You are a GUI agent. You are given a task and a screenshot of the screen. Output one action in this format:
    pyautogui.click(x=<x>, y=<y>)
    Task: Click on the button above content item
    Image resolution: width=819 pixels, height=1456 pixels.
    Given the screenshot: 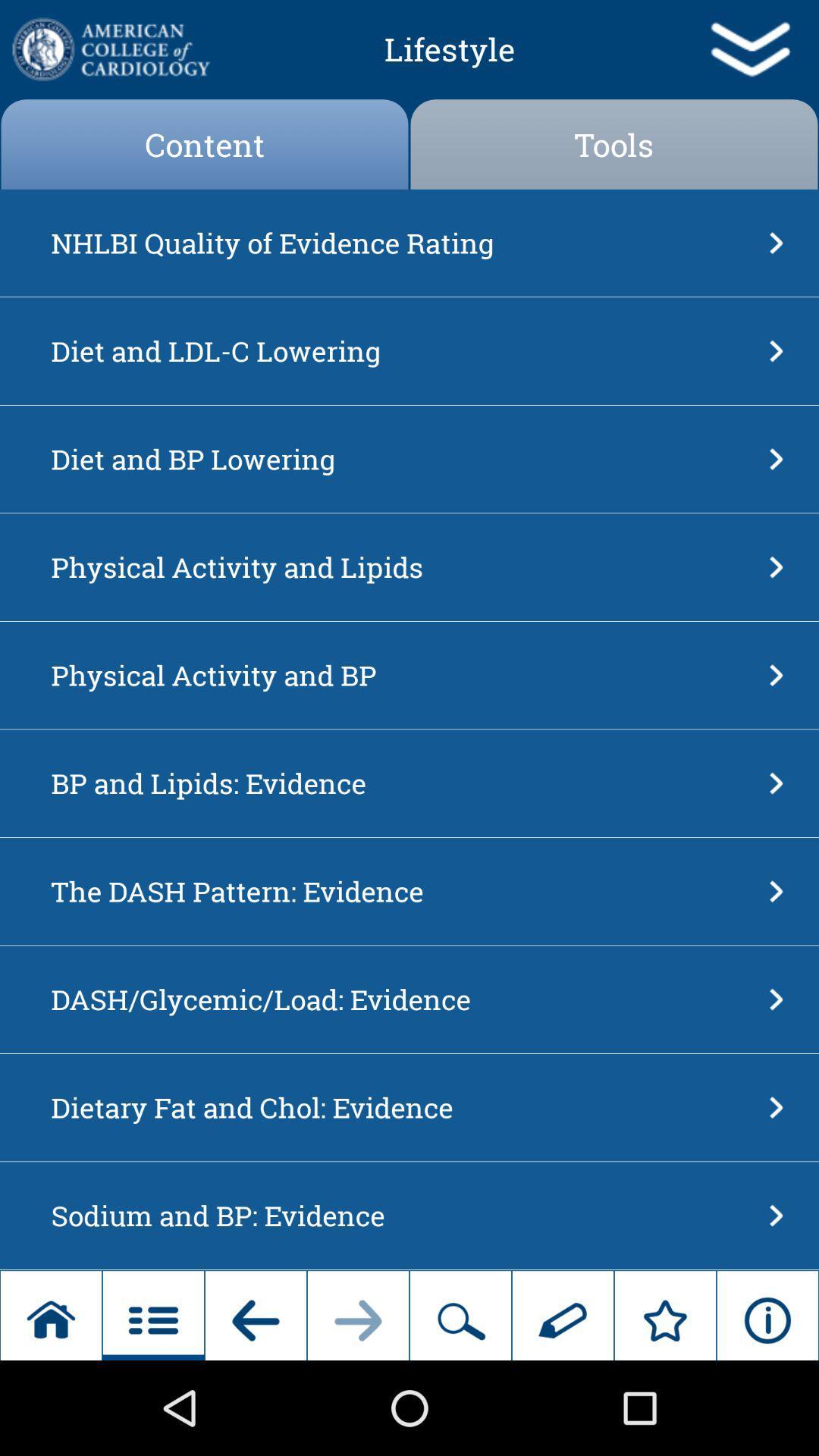 What is the action you would take?
    pyautogui.click(x=109, y=49)
    